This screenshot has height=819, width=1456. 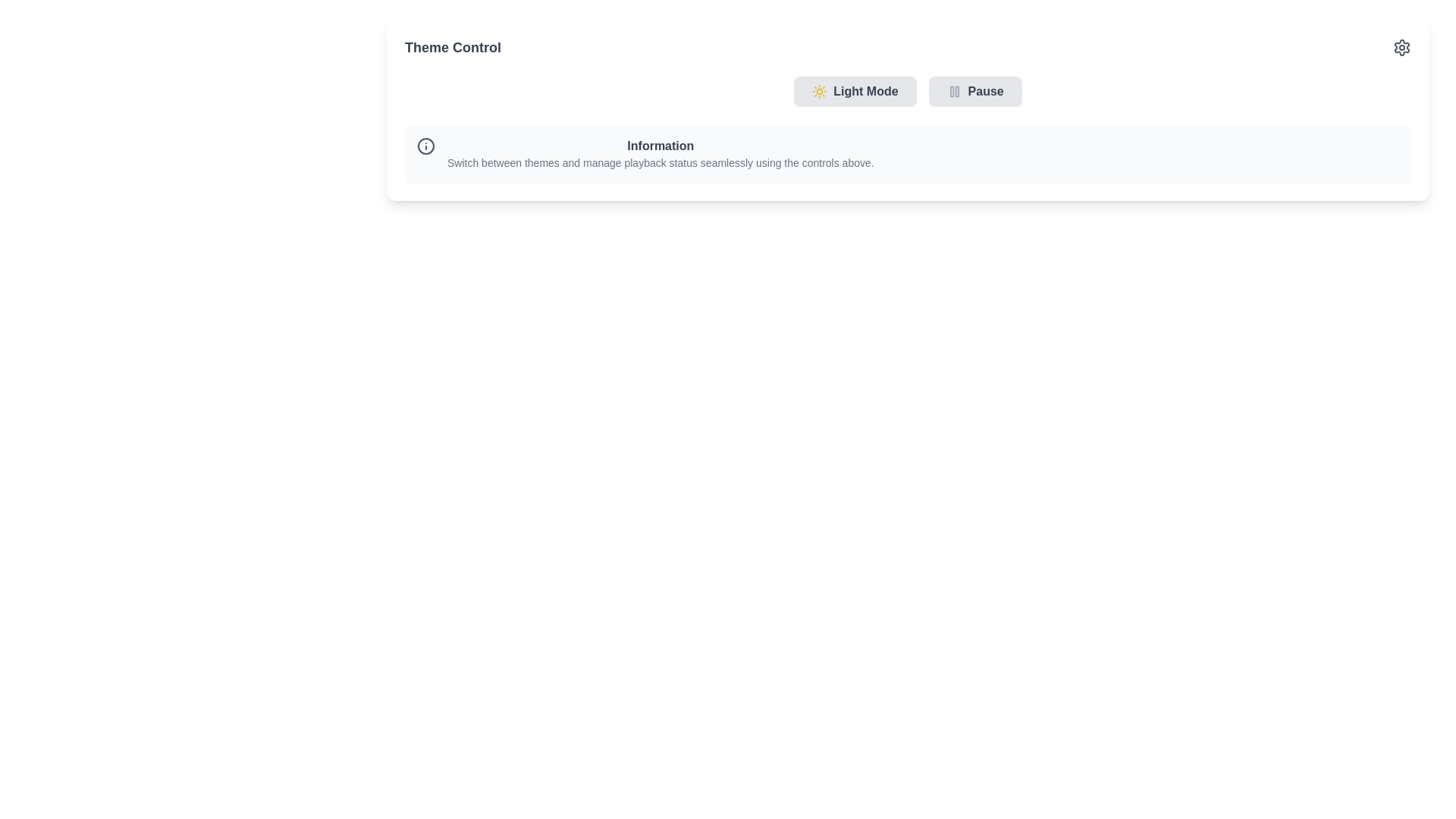 What do you see at coordinates (425, 146) in the screenshot?
I see `the central circle of the information icon, which is visually part of the design and symbolizes an 'Info' or 'Help' feature, located adjacent to the 'Theme Control' header` at bounding box center [425, 146].